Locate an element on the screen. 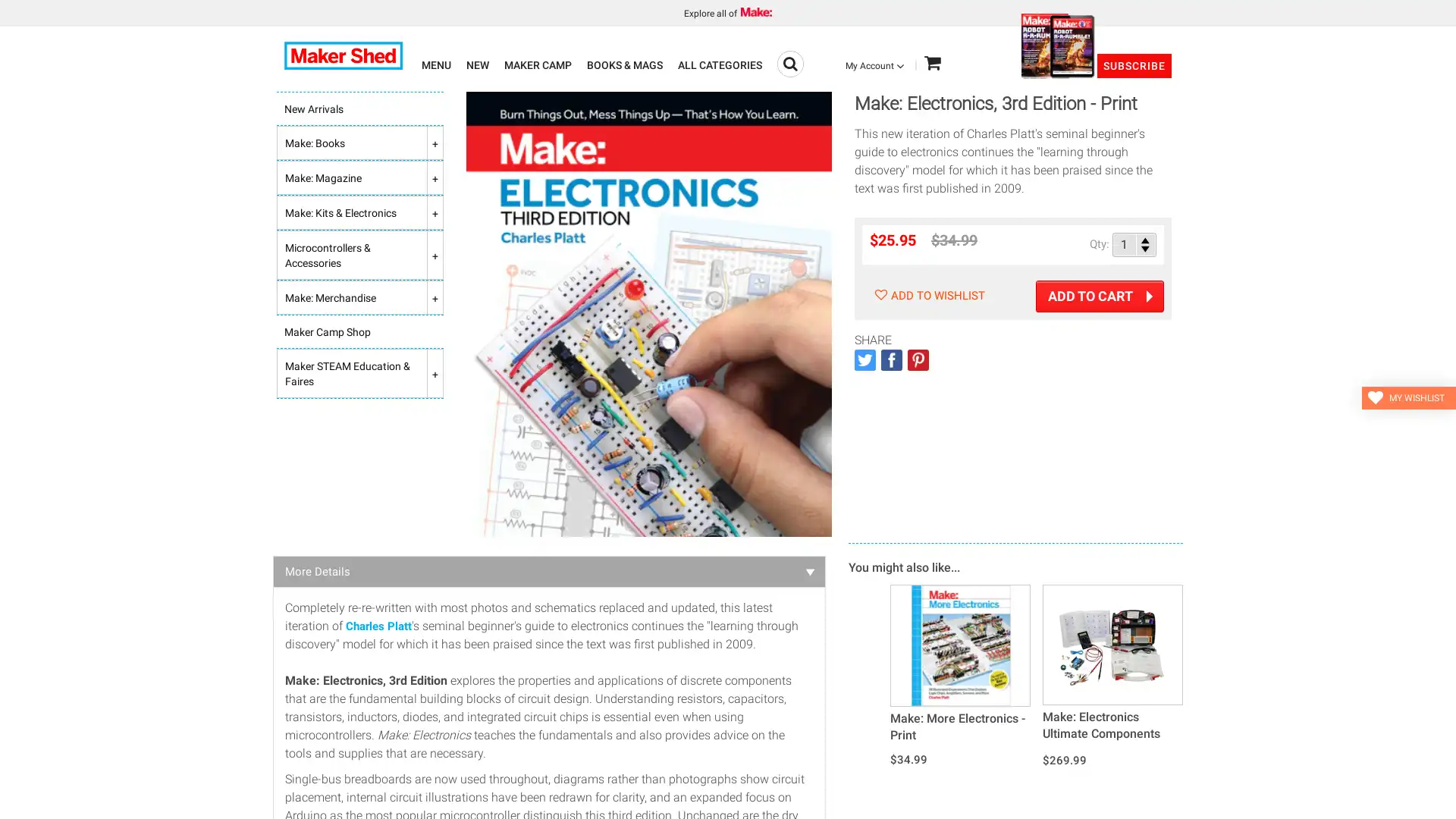  1 is located at coordinates (1134, 243).